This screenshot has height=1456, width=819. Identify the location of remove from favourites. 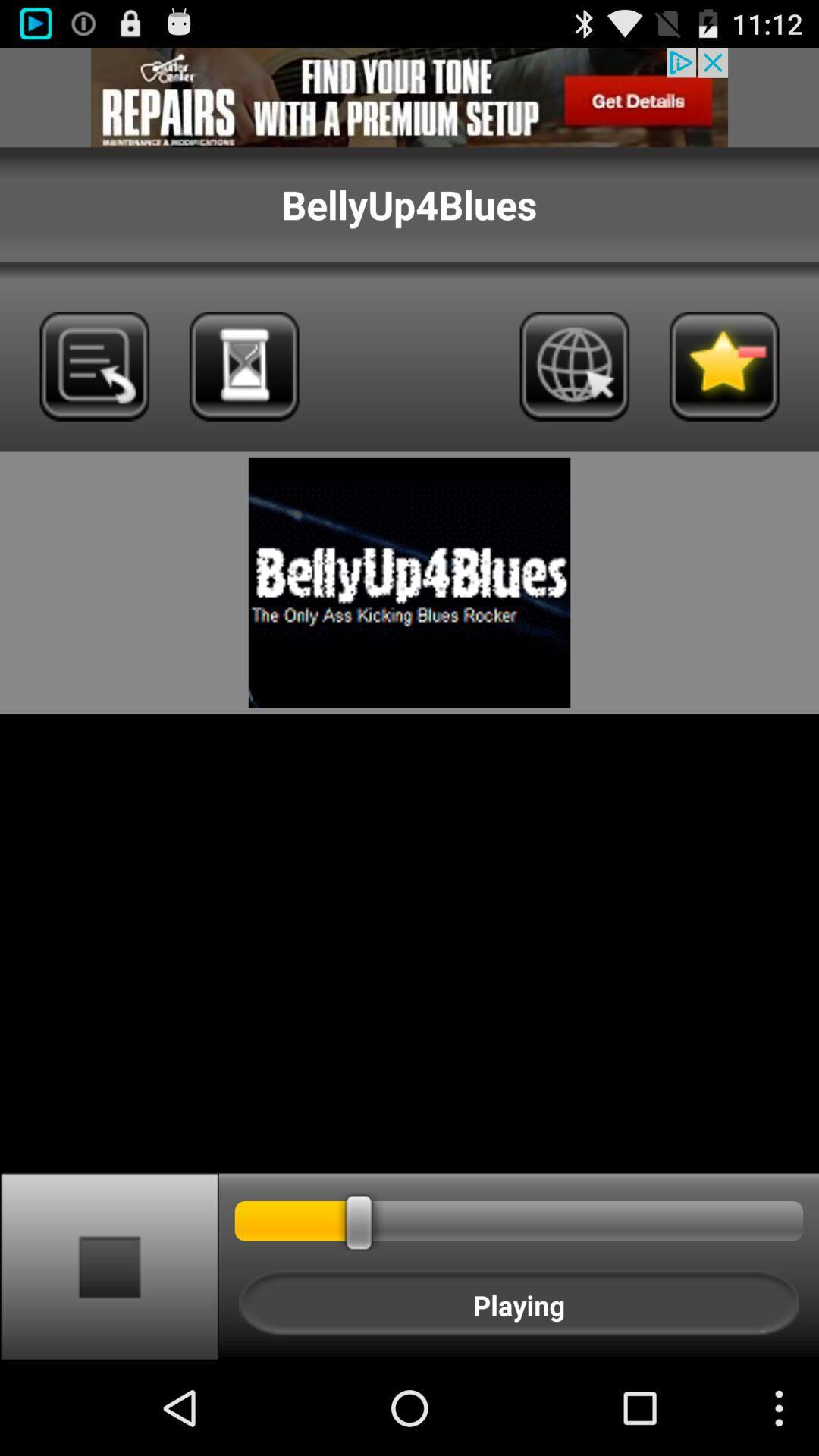
(723, 366).